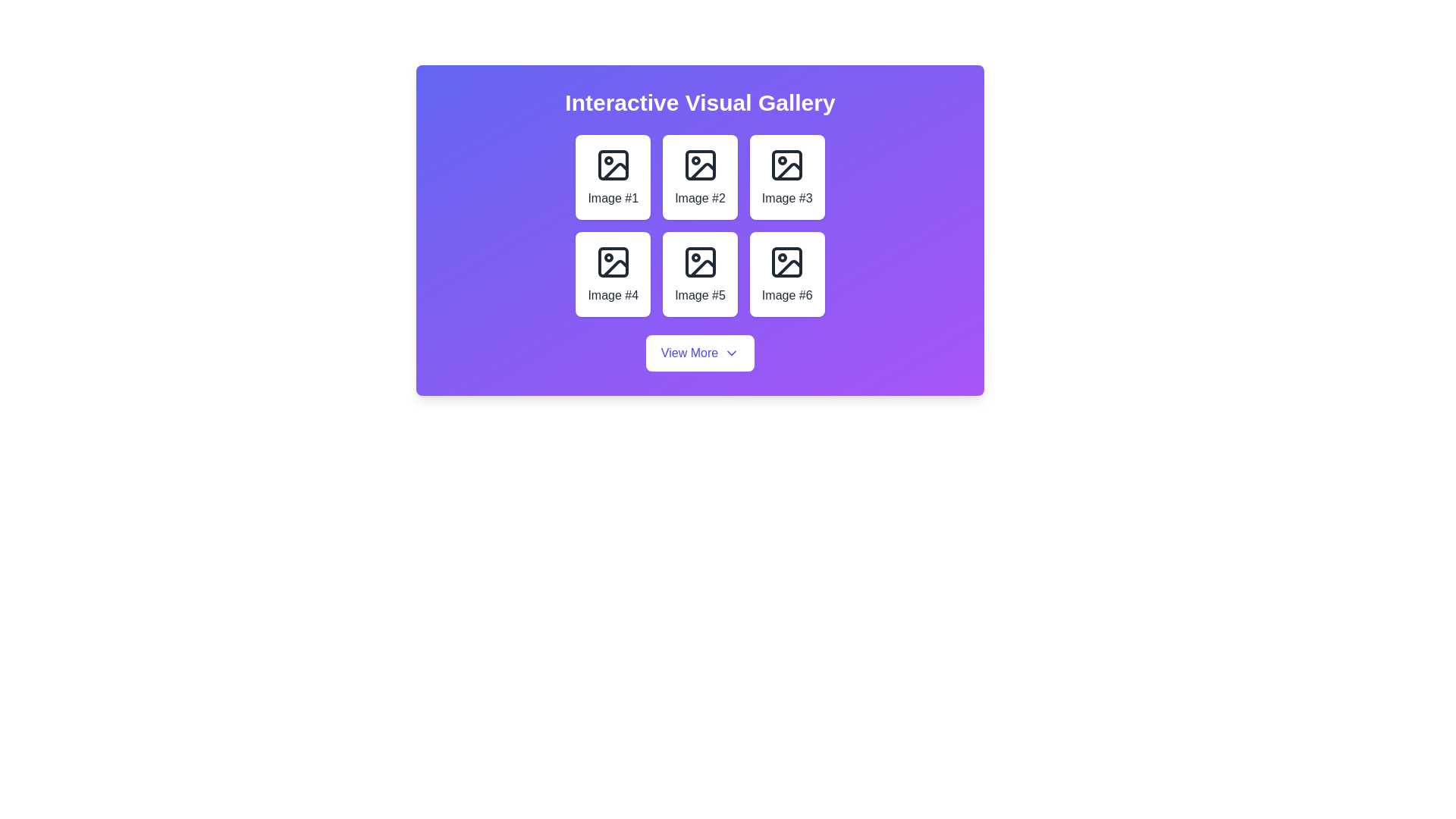  What do you see at coordinates (613, 262) in the screenshot?
I see `the fourth image thumbnail in the 'Interactive Visual Gallery' section, labeled 'Image #4'` at bounding box center [613, 262].